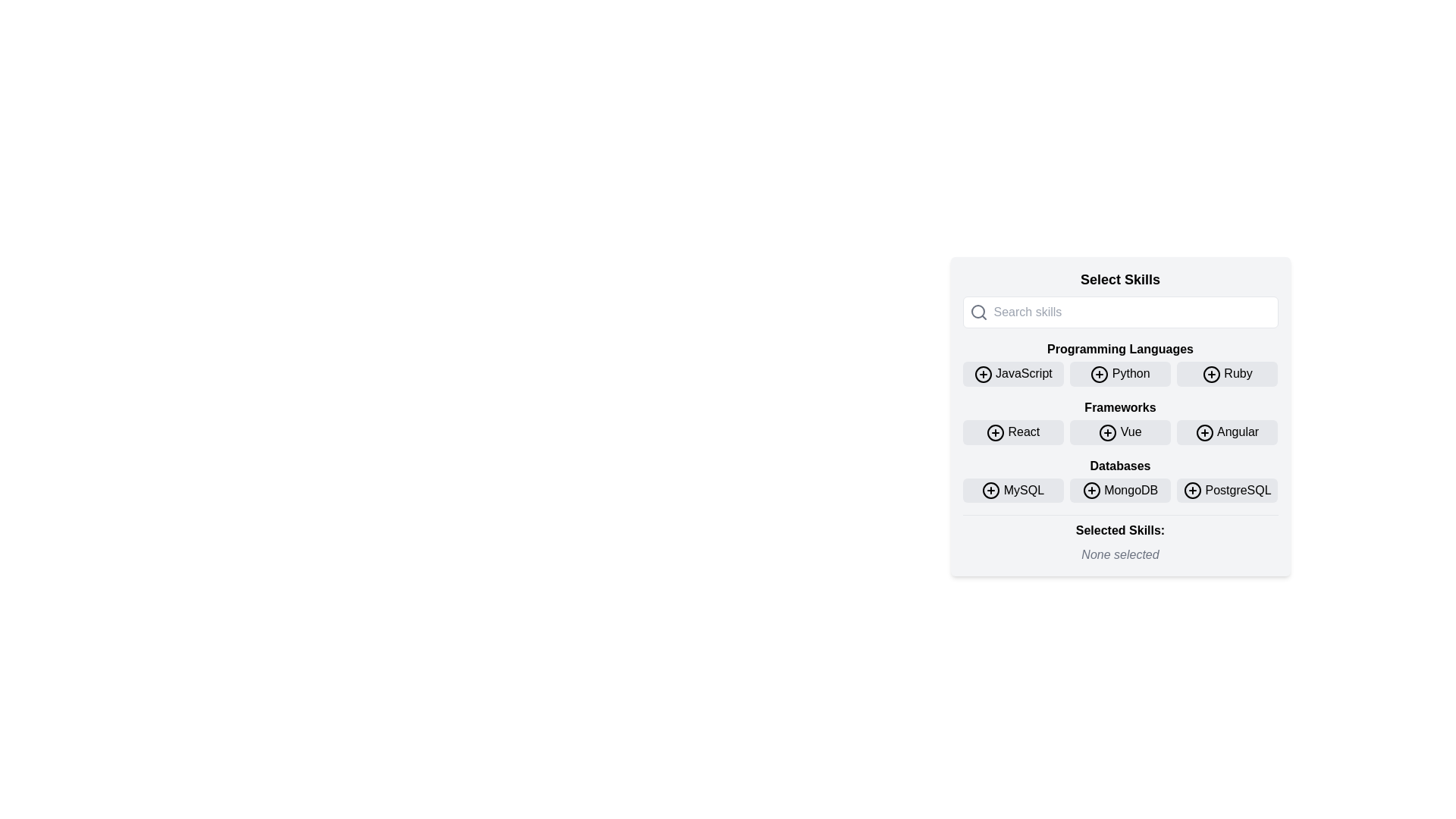  I want to click on the 'Python' button in the 'Programming Languages' section, so click(1120, 363).